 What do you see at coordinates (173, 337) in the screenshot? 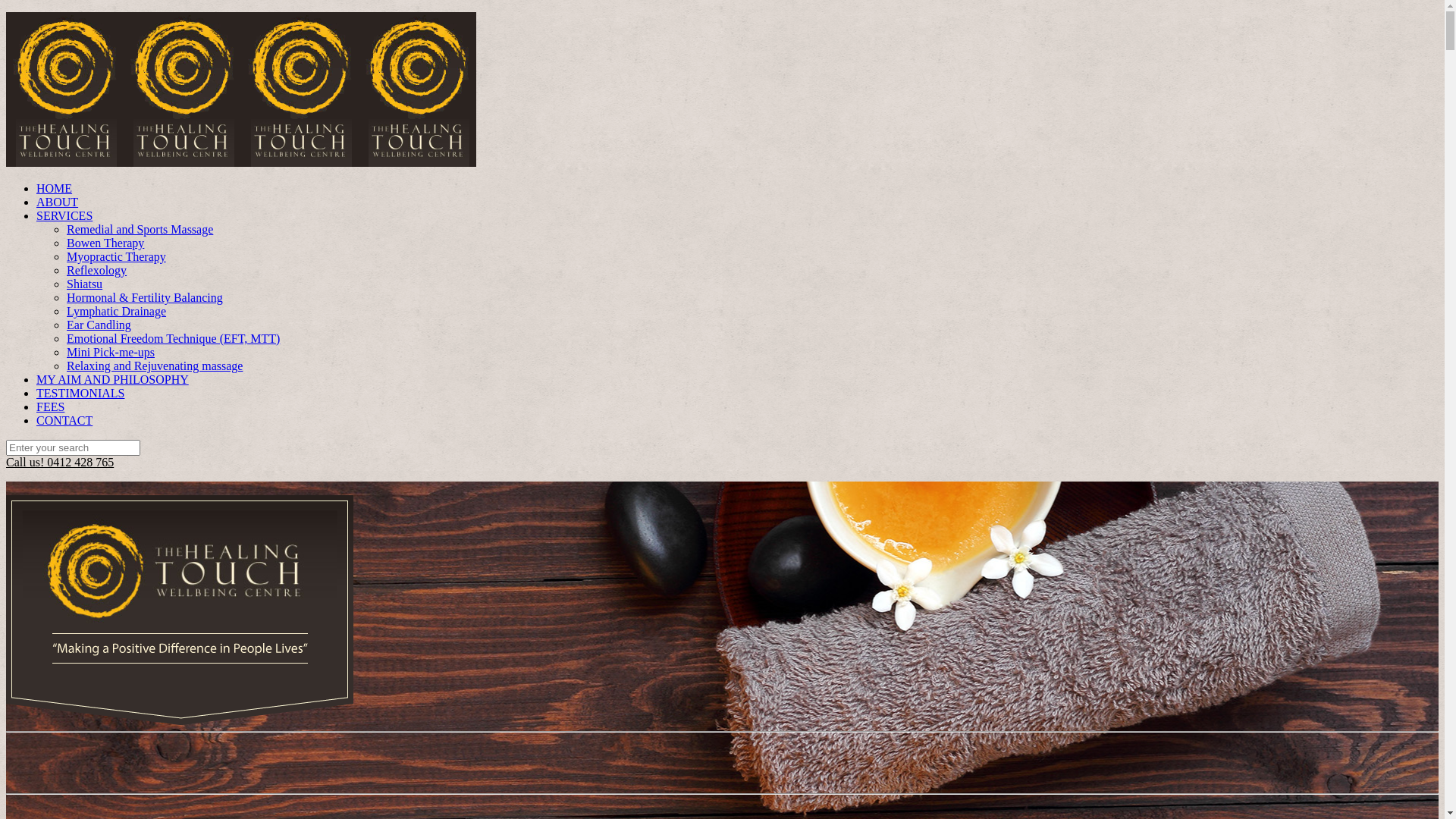
I see `'Emotional Freedom Technique (EFT, MTT)'` at bounding box center [173, 337].